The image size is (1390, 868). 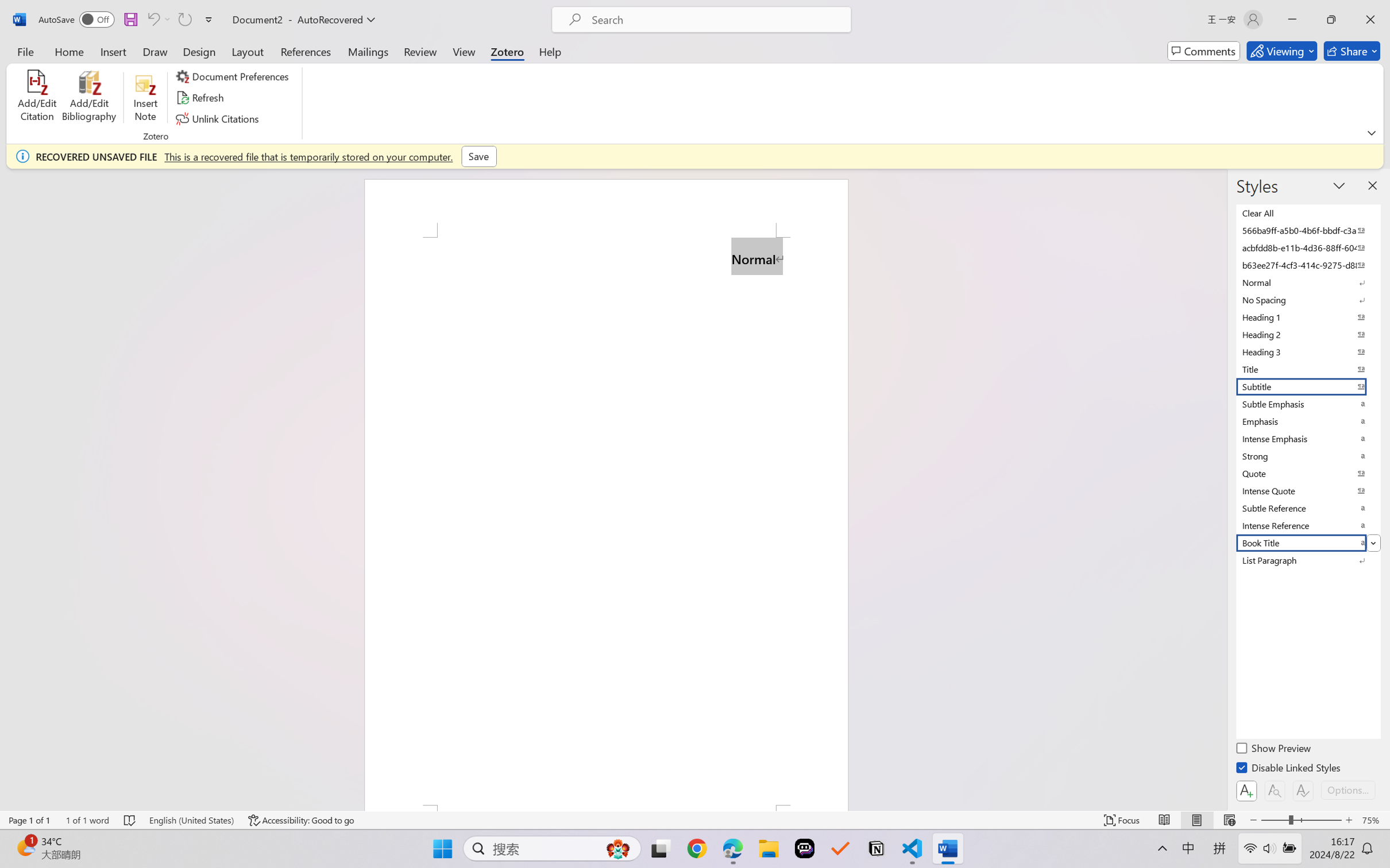 What do you see at coordinates (233, 75) in the screenshot?
I see `'Document Preferences'` at bounding box center [233, 75].